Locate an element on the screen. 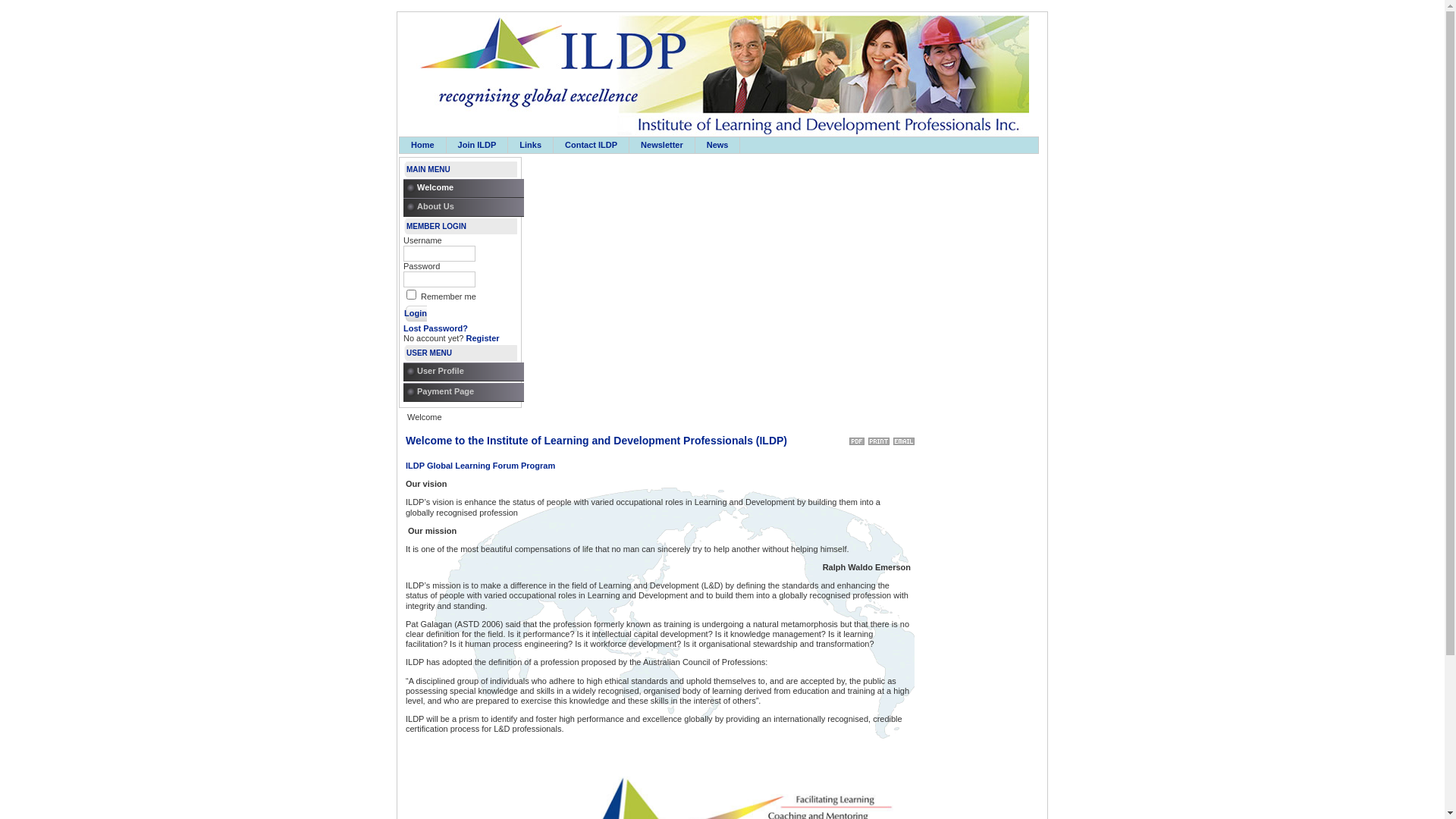 This screenshot has width=1456, height=819. 'User Profile' is located at coordinates (466, 372).